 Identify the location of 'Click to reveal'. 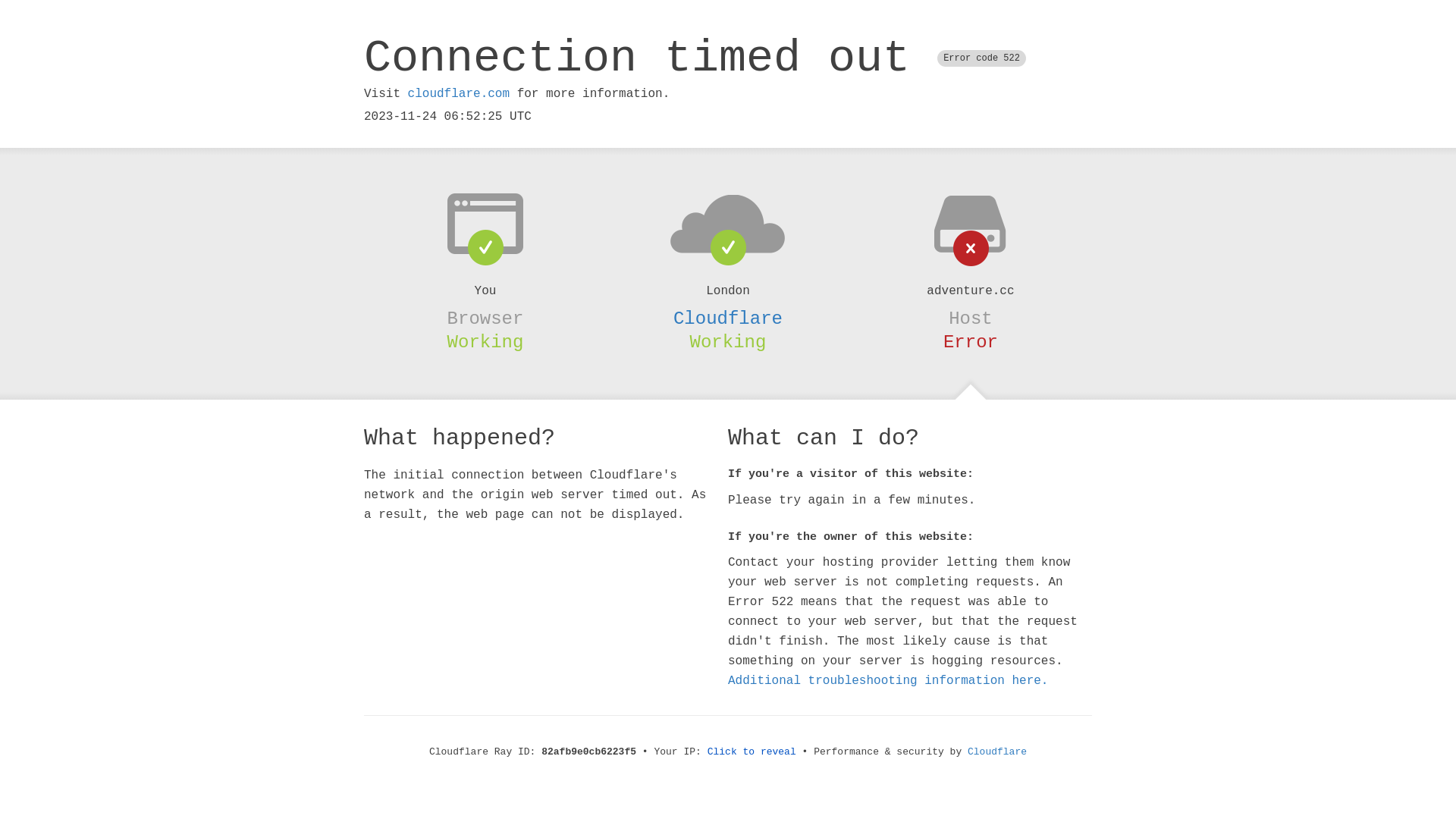
(752, 752).